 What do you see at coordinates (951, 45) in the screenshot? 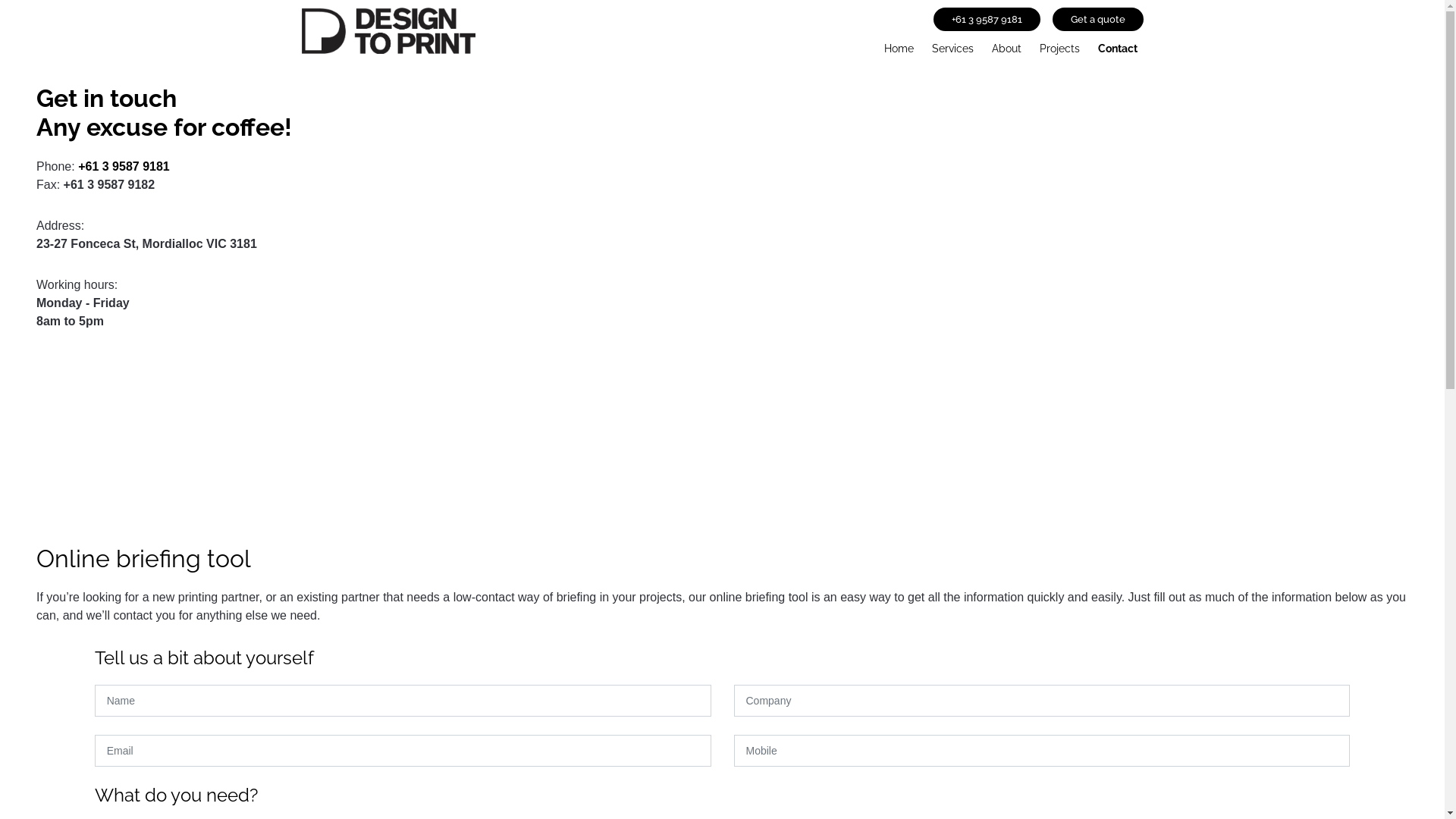
I see `'Services'` at bounding box center [951, 45].